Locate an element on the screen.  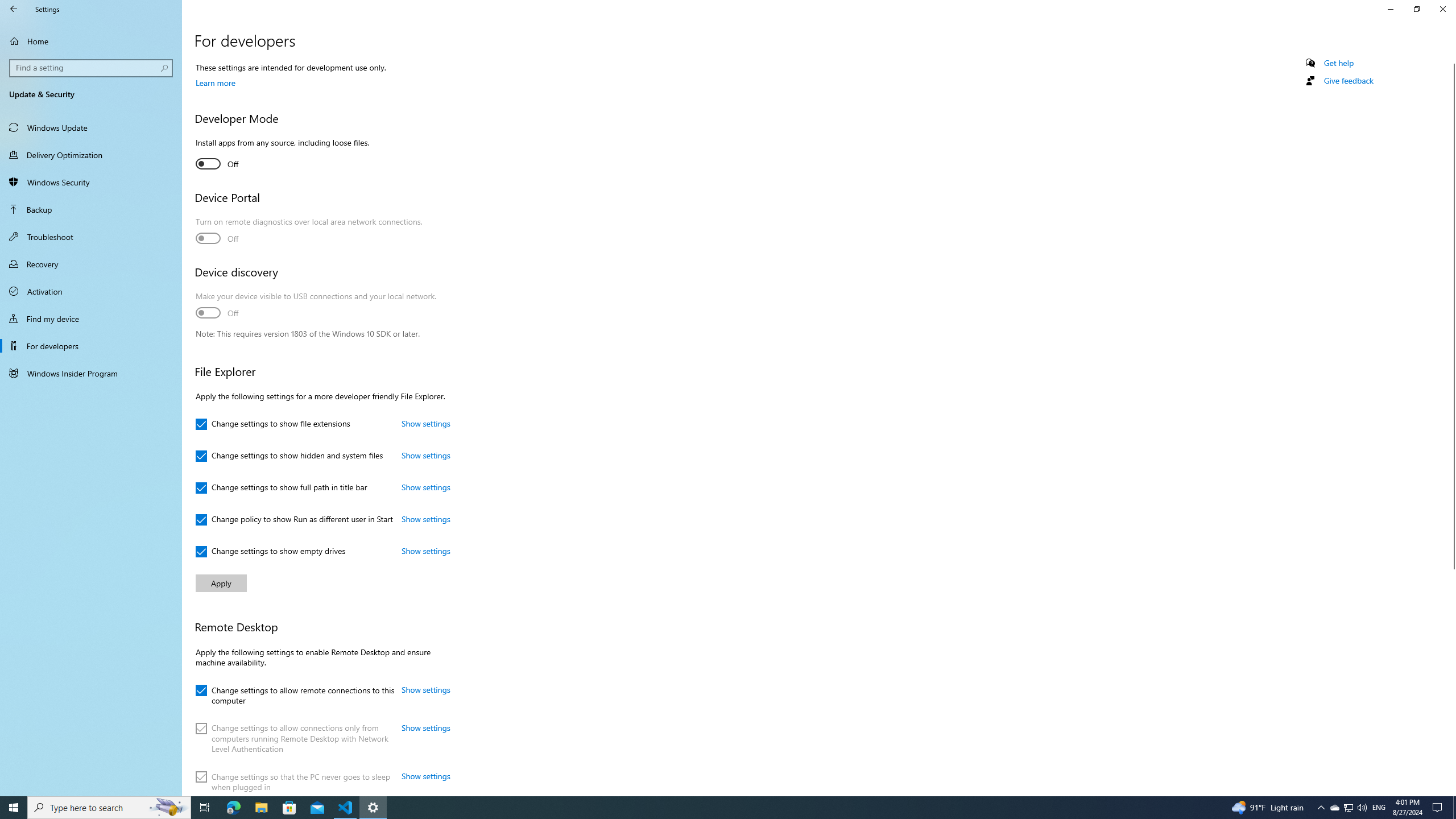
'Close Settings' is located at coordinates (1442, 9).